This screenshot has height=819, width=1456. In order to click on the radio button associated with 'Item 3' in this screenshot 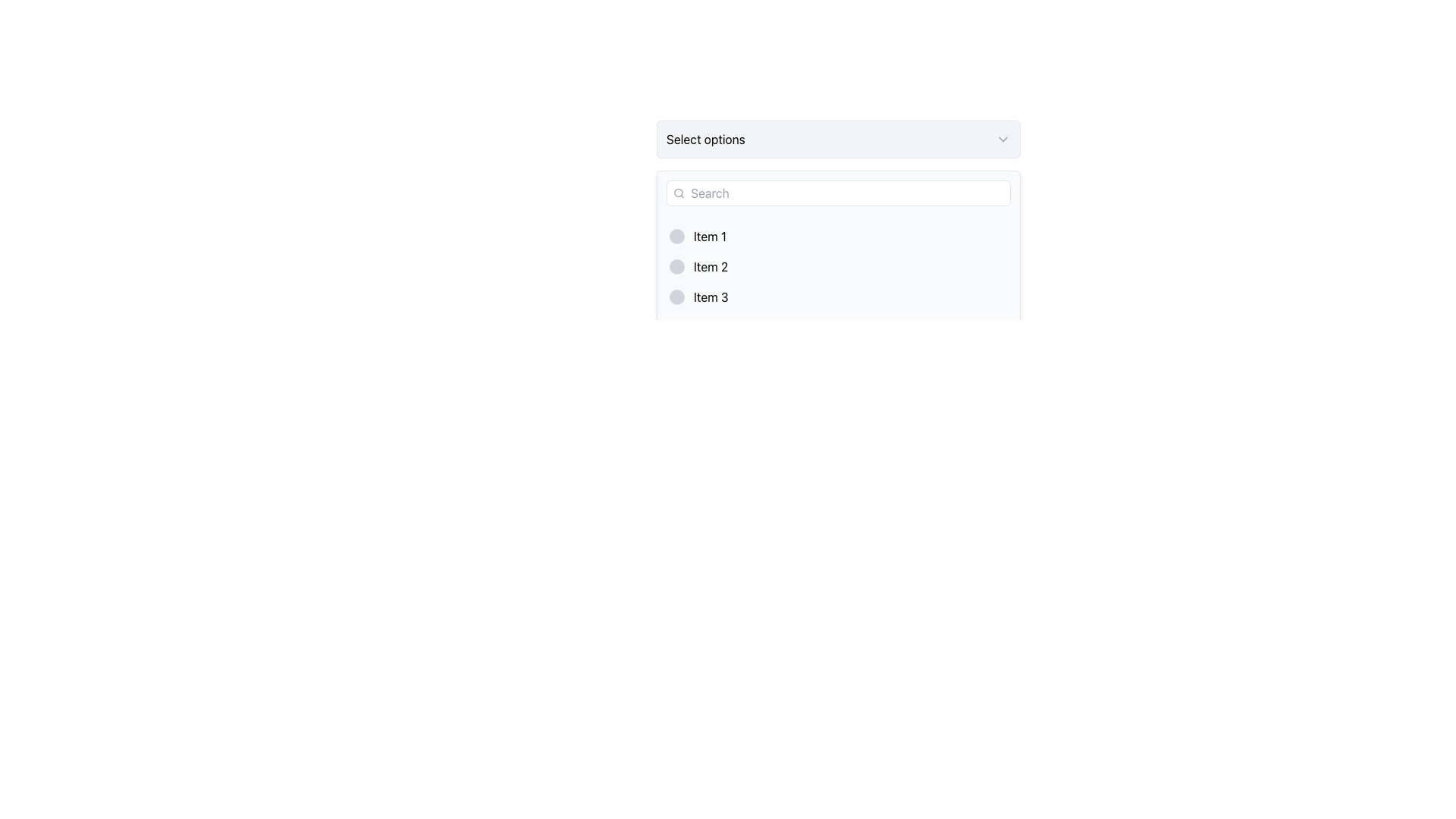, I will do `click(676, 297)`.